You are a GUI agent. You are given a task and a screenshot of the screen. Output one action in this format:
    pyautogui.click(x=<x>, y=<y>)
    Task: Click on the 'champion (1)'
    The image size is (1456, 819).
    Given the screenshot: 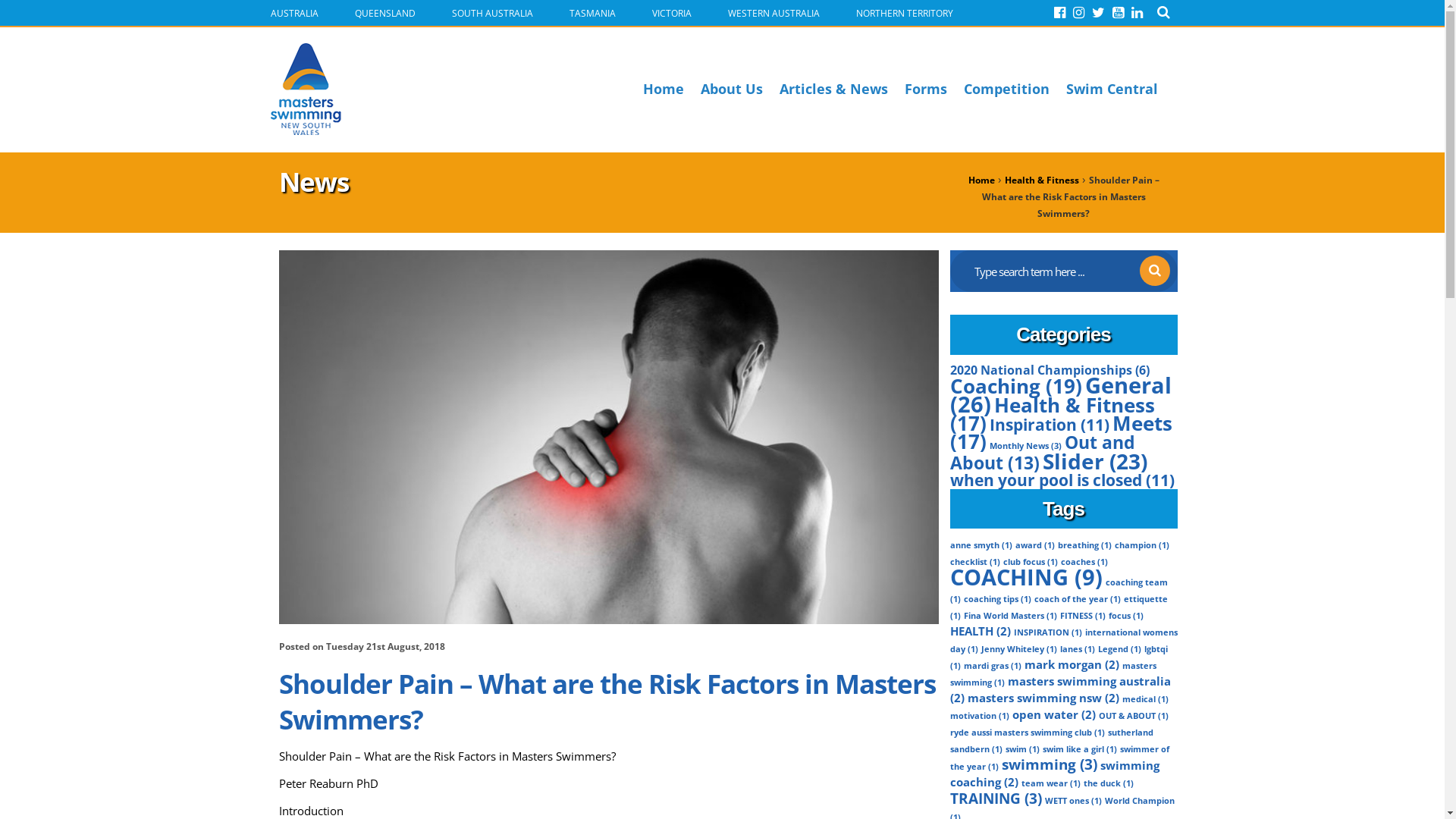 What is the action you would take?
    pyautogui.click(x=1142, y=544)
    